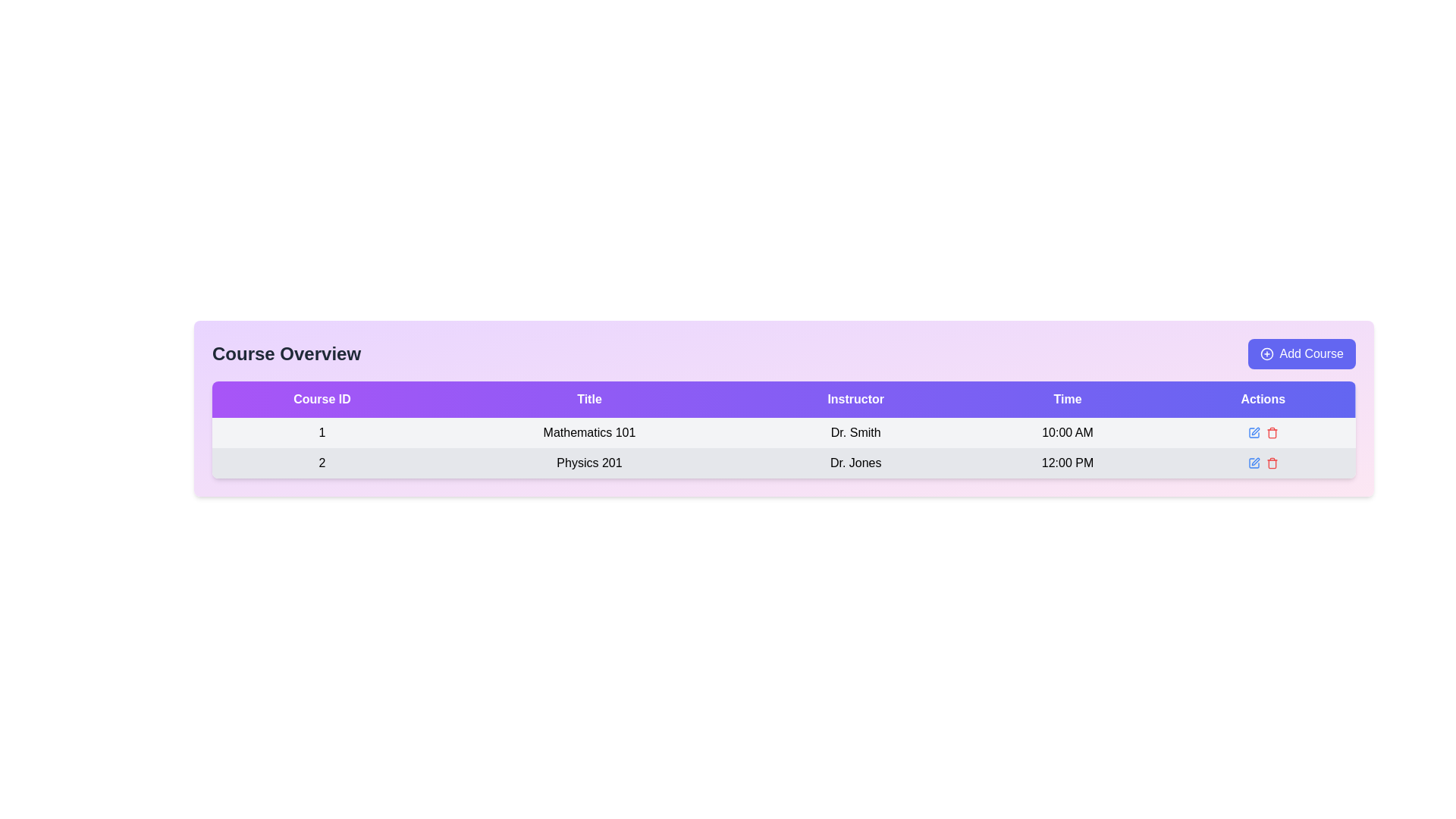 The width and height of the screenshot is (1456, 819). Describe the element at coordinates (1066, 462) in the screenshot. I see `the non-interactive text label displaying the scheduled time ('12:00 PM') for a course in the second row of the table under the 'Course Overview' section` at that location.